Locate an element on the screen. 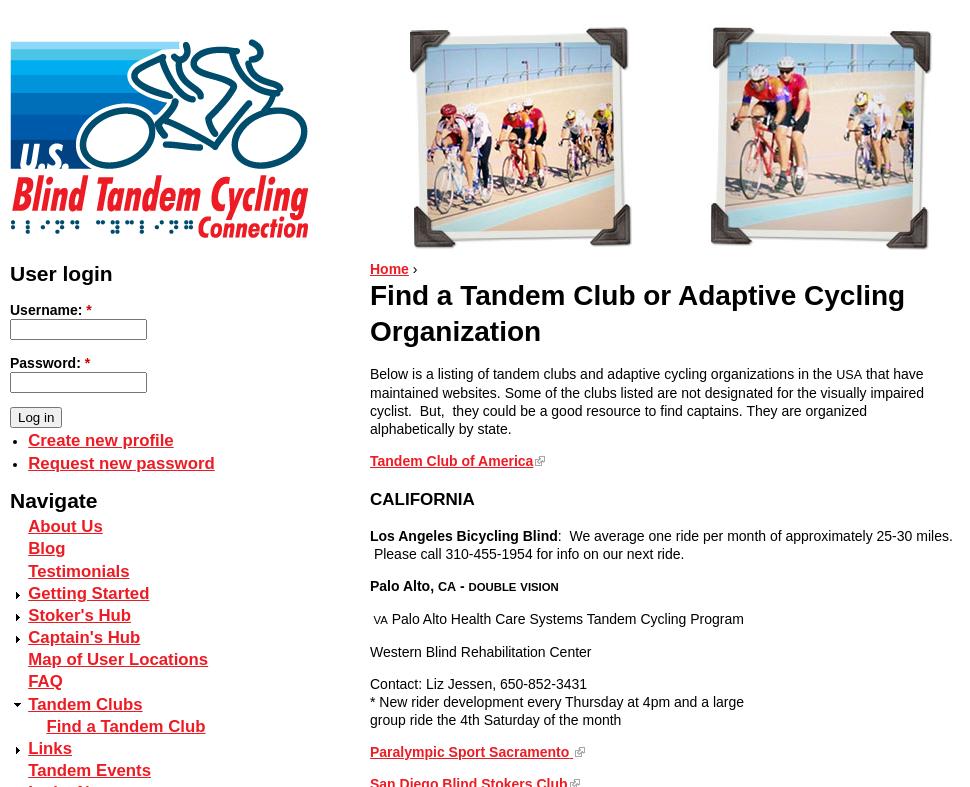 This screenshot has width=970, height=787. 'VISION' is located at coordinates (538, 586).